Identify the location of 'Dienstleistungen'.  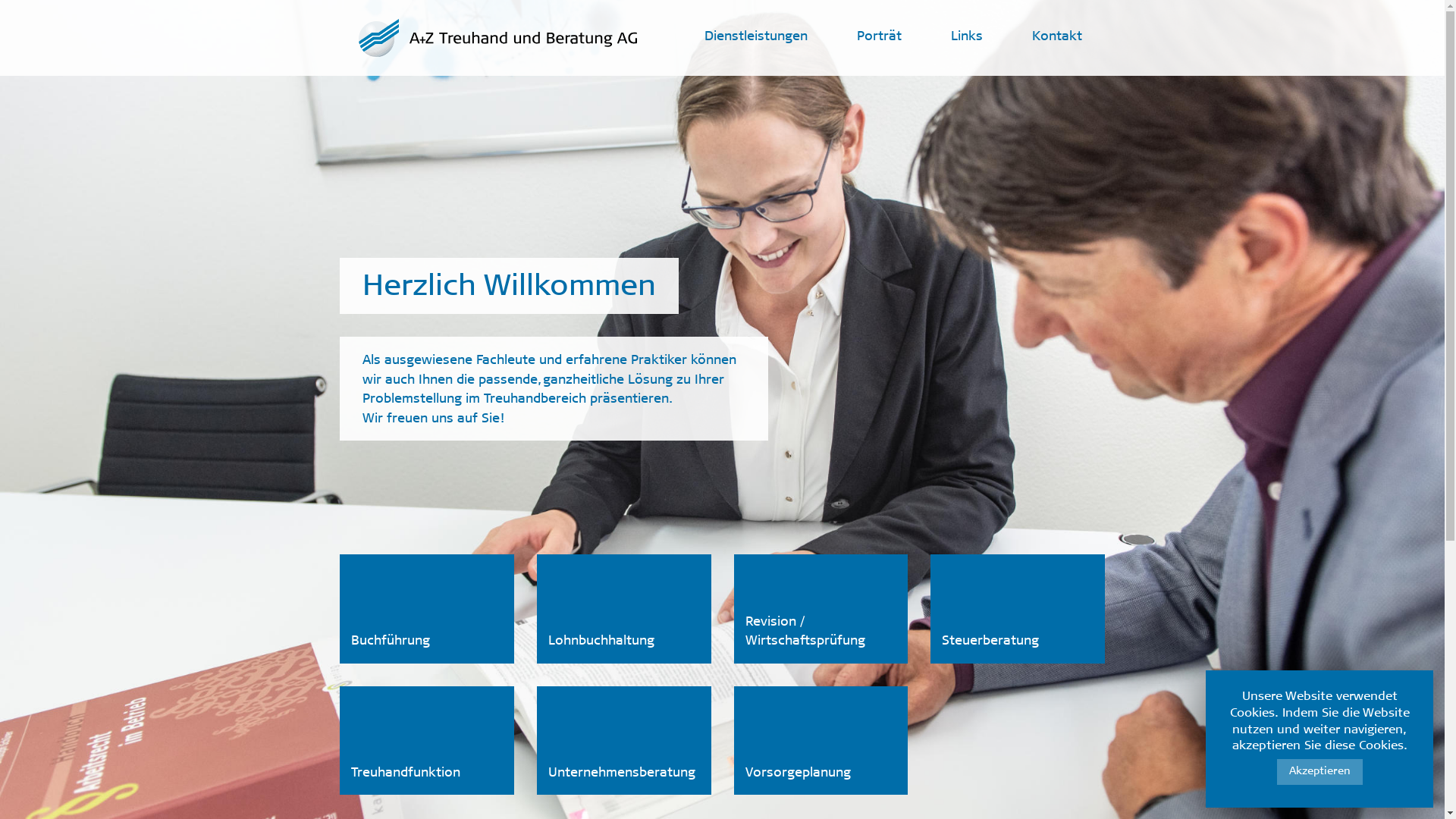
(756, 37).